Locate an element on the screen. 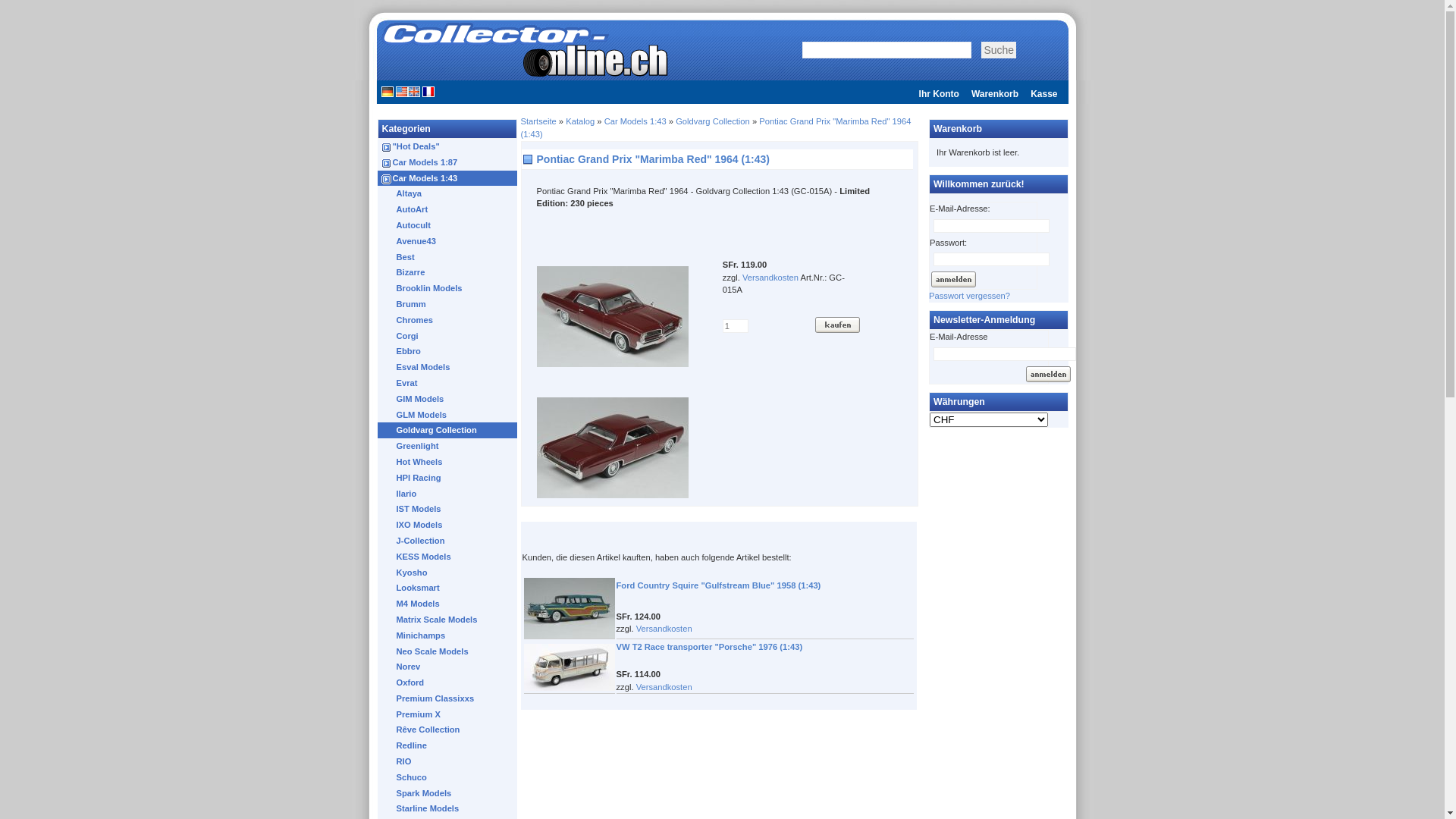  'Best' is located at coordinates (449, 256).